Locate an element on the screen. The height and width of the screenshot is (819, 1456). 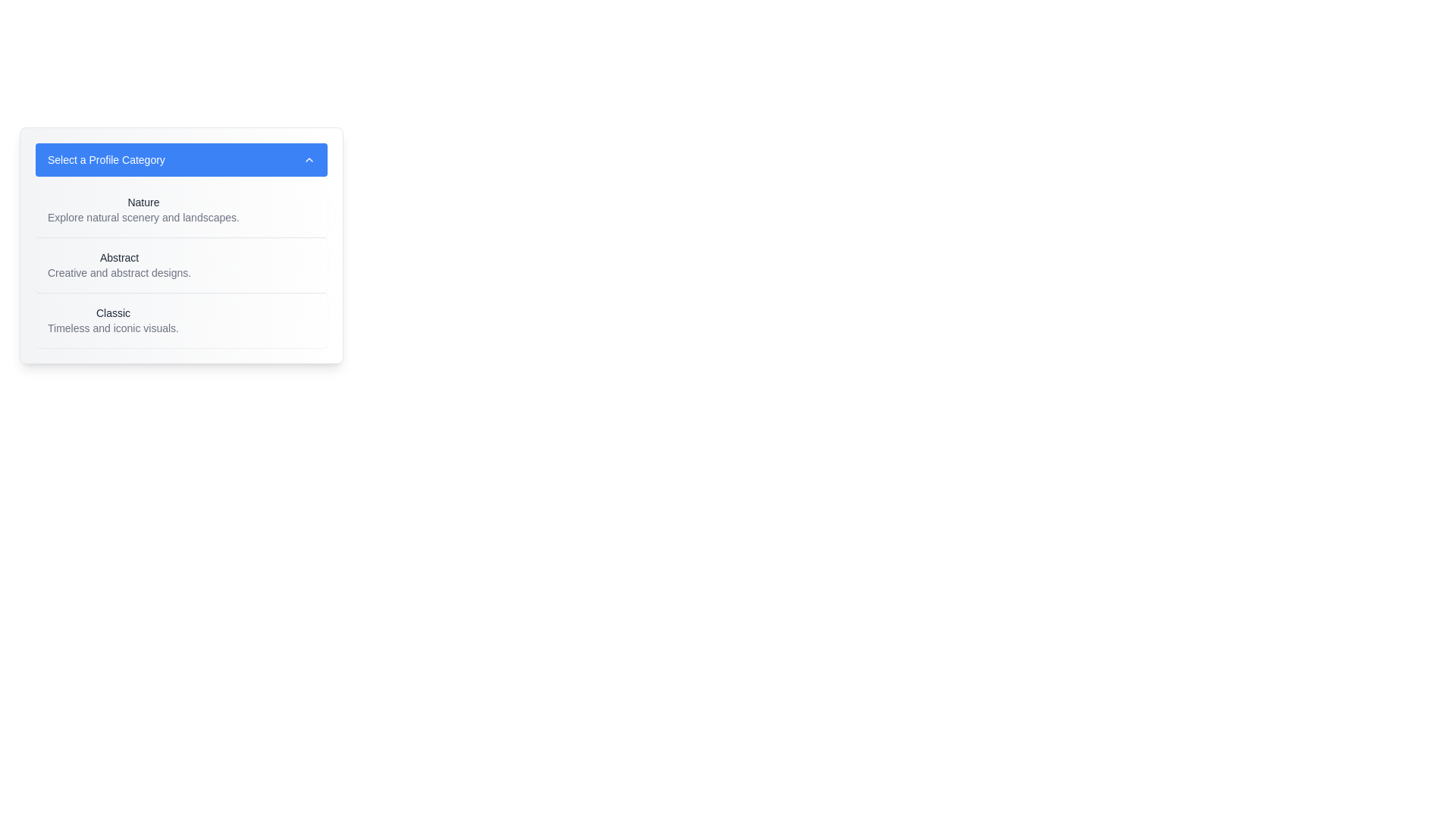
the list item labeled 'Abstract' in the dropdown menu is located at coordinates (181, 245).